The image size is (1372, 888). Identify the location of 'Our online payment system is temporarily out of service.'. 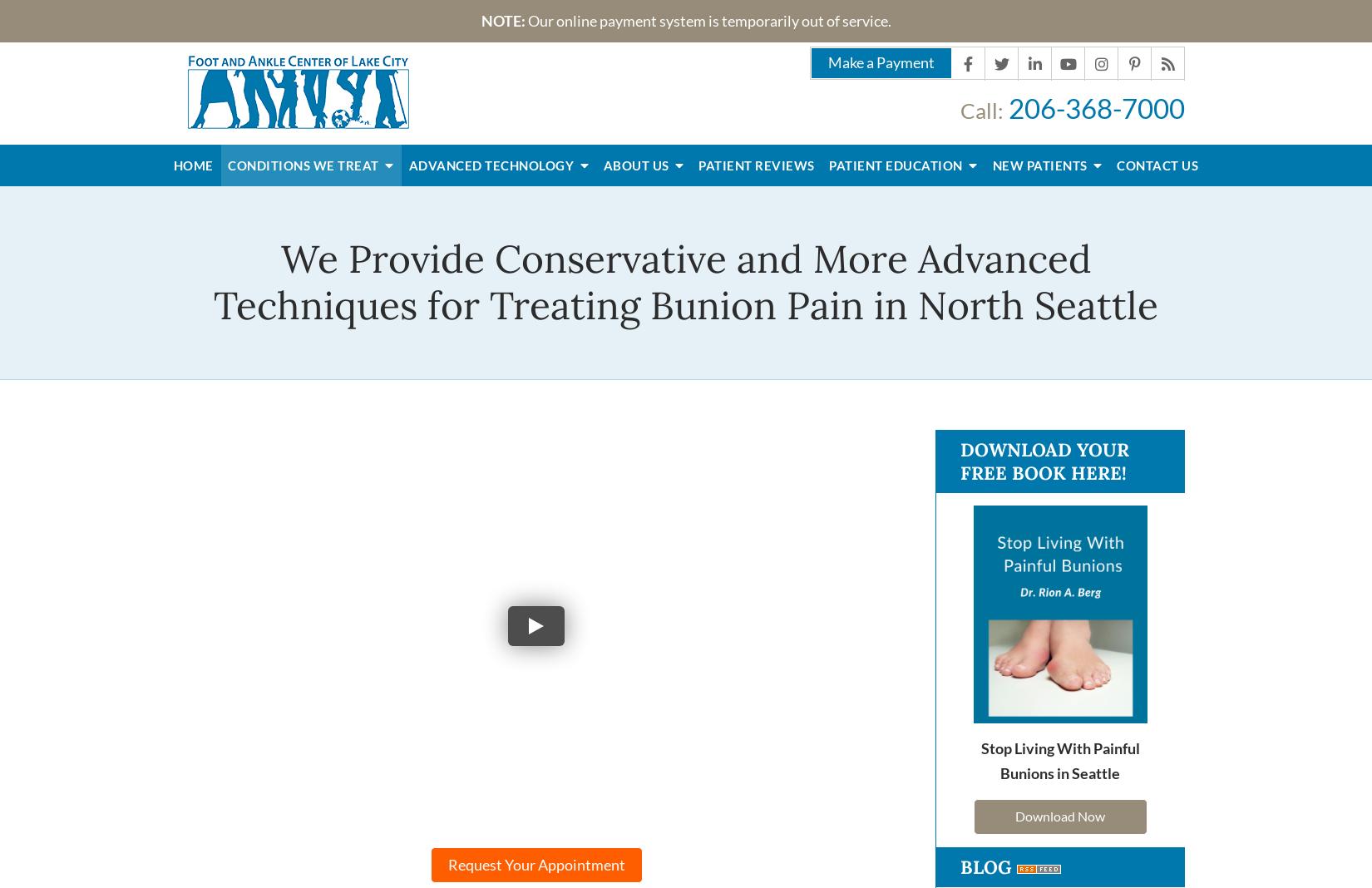
(708, 19).